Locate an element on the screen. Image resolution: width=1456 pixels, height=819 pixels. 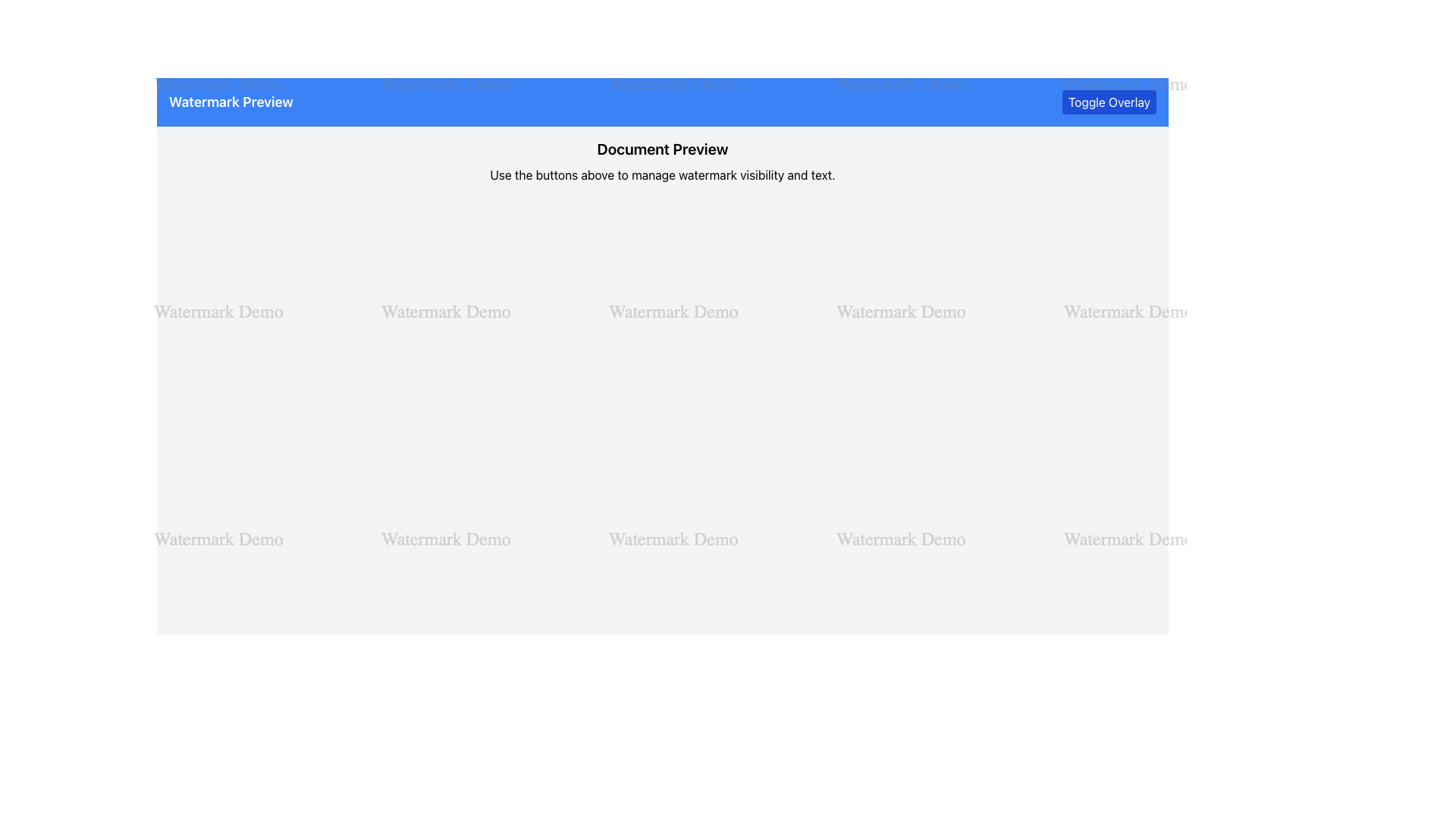
the static text label stating 'Use the buttons above to manage watermark visibility and text.' which is located below the 'Document Preview' title is located at coordinates (662, 174).